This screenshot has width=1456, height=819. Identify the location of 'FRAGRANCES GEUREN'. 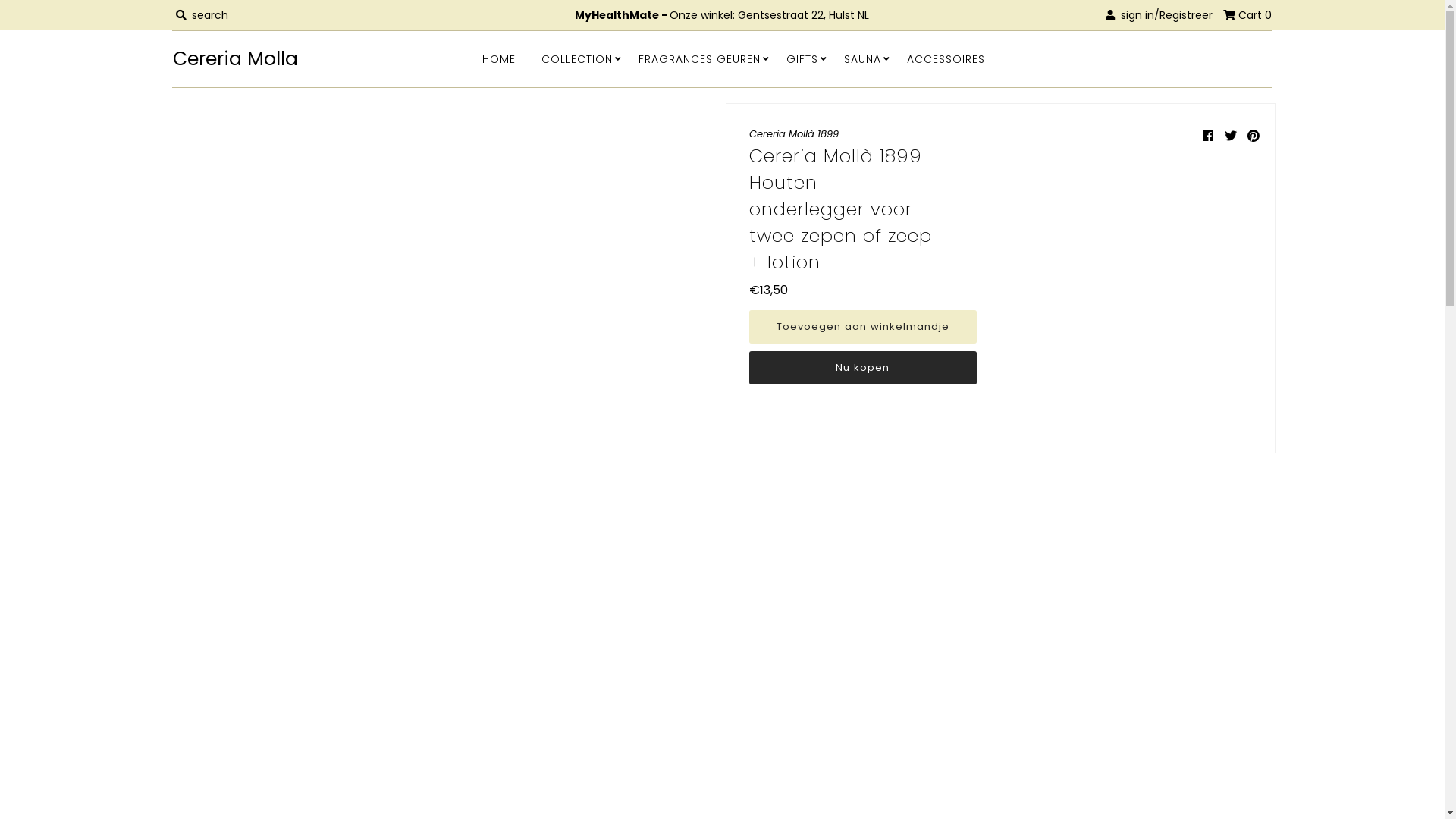
(698, 58).